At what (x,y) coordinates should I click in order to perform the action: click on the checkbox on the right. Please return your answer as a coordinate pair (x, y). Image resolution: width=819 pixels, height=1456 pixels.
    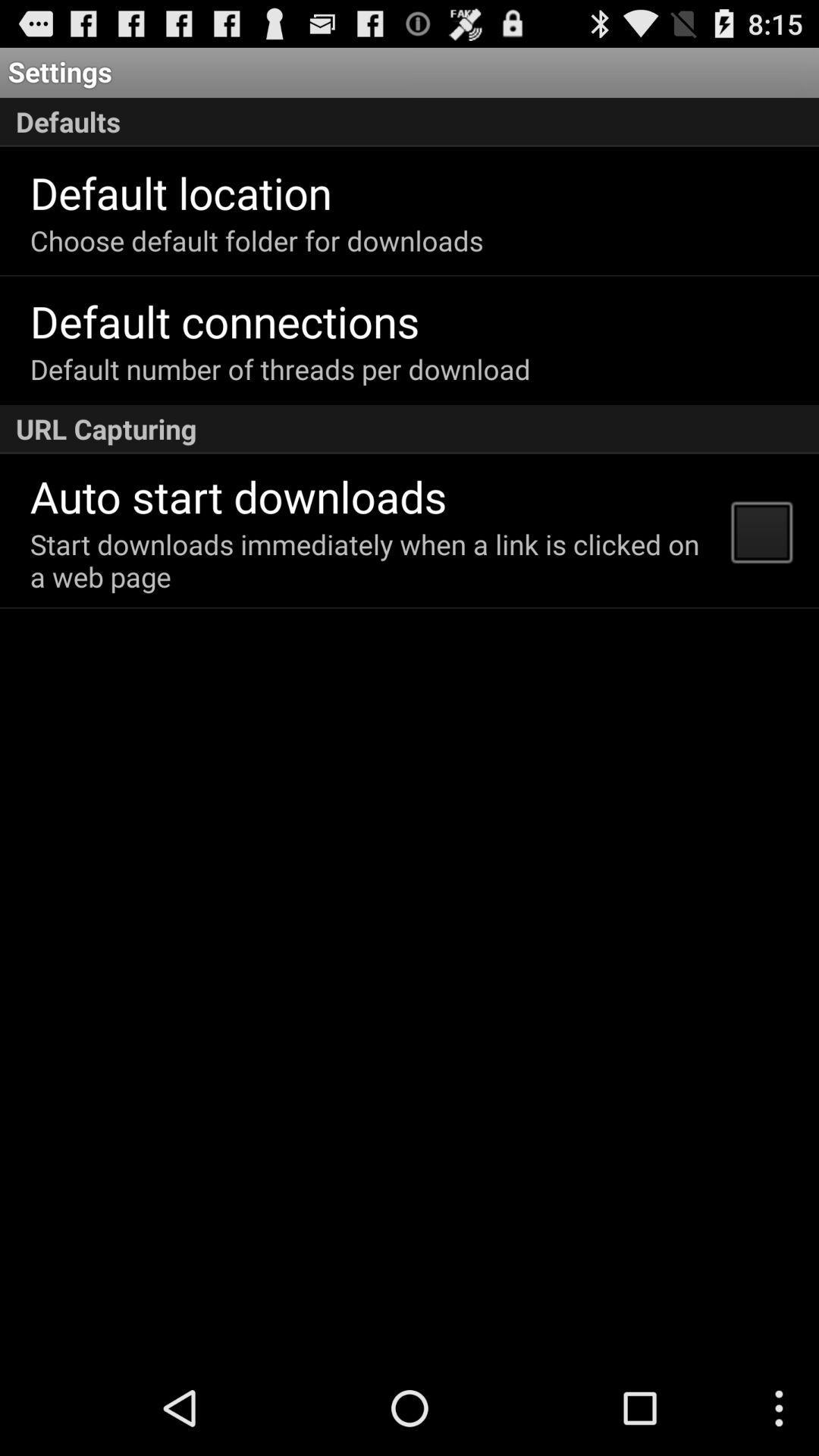
    Looking at the image, I should click on (761, 531).